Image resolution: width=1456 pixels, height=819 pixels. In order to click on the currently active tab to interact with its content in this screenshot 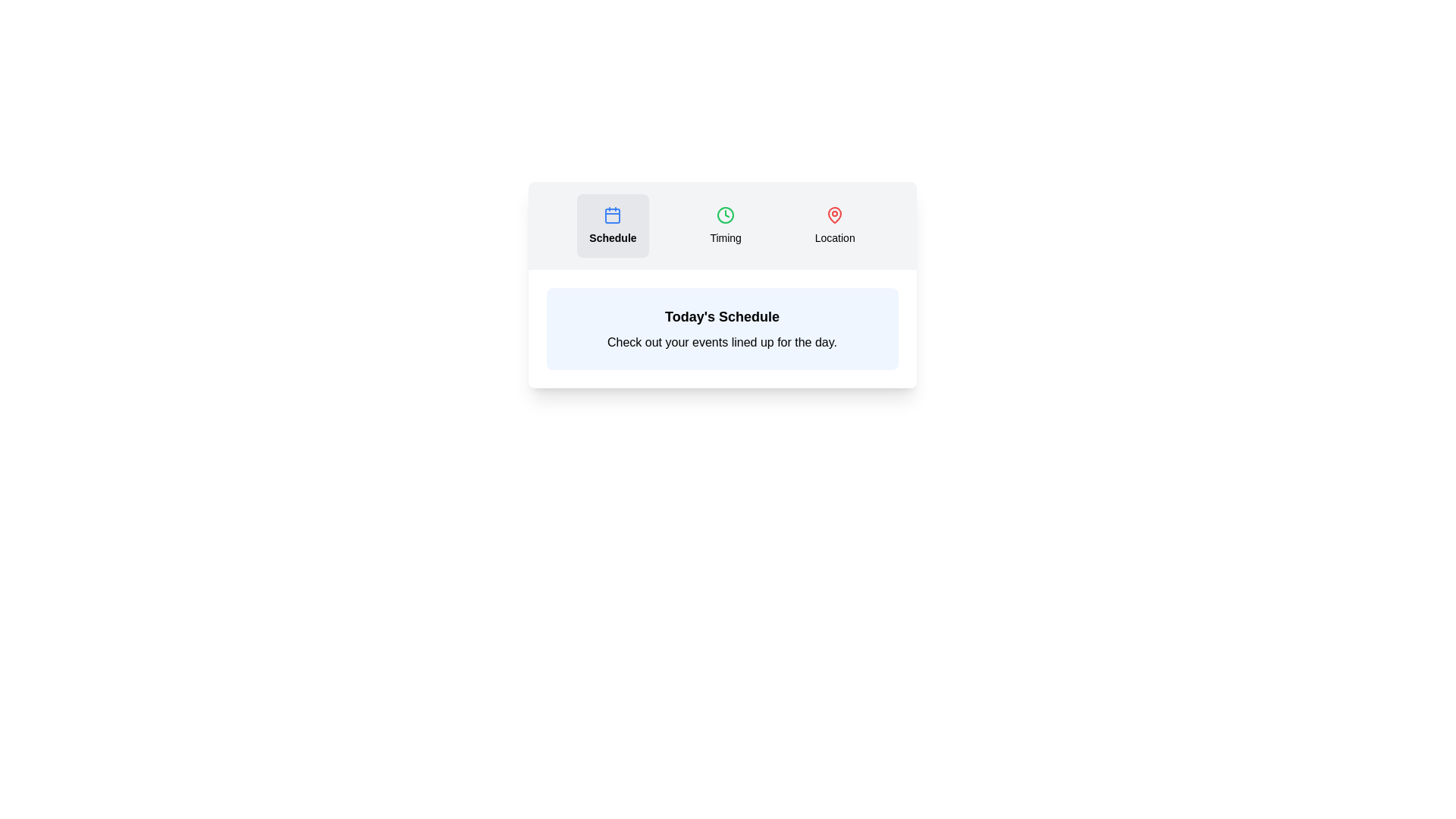, I will do `click(612, 225)`.